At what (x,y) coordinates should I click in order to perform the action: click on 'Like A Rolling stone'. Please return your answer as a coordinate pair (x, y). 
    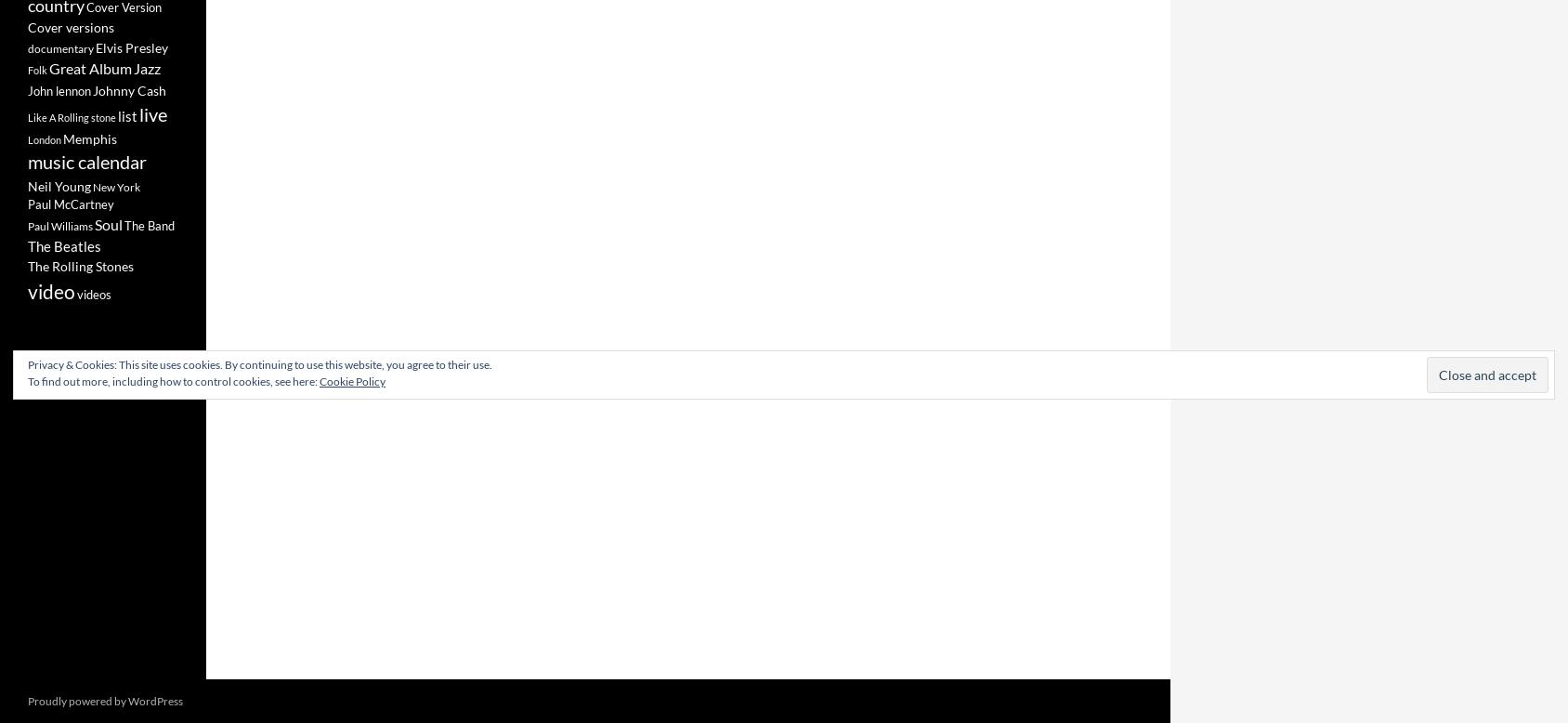
    Looking at the image, I should click on (71, 116).